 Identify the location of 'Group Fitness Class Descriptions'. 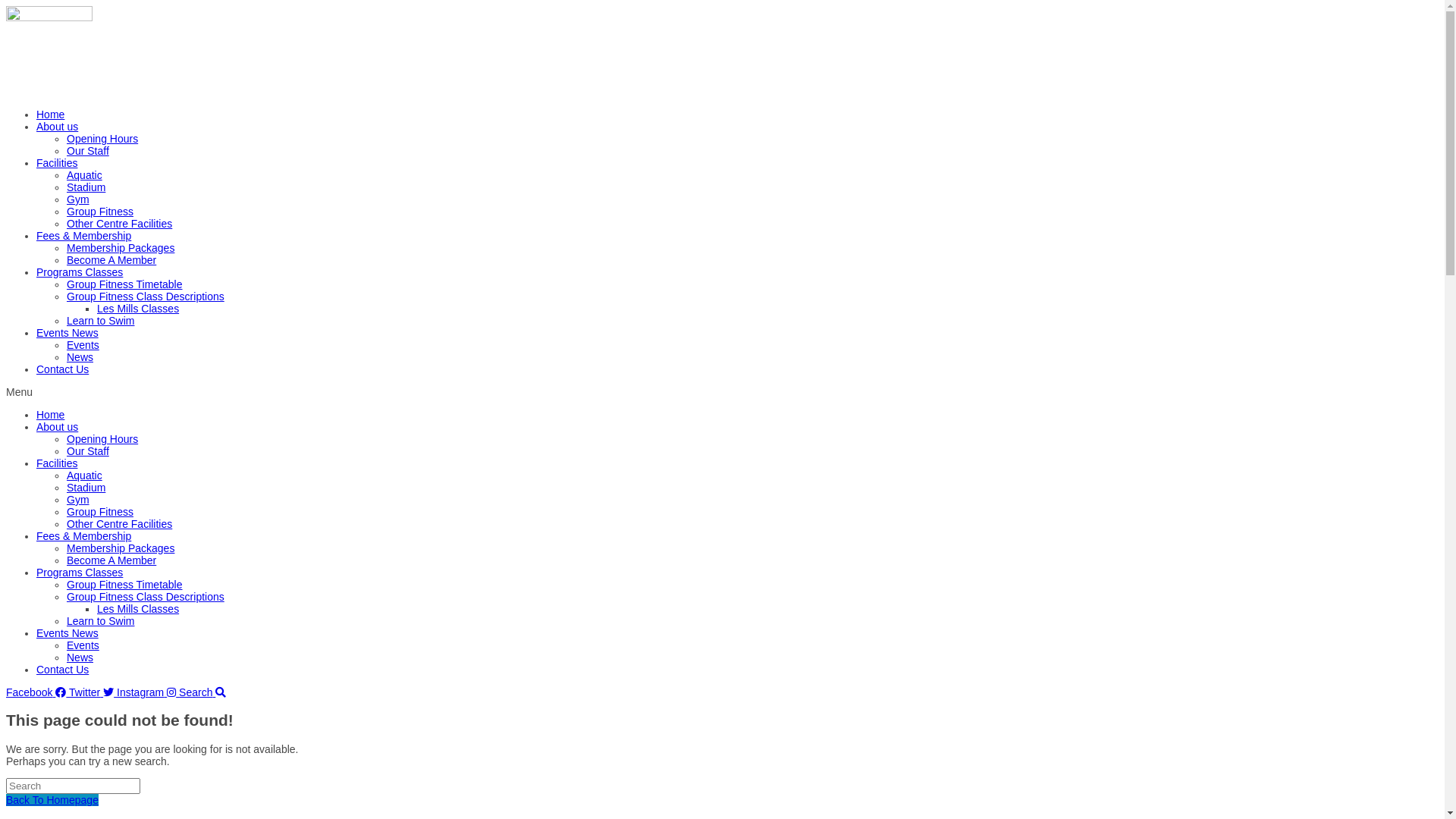
(146, 296).